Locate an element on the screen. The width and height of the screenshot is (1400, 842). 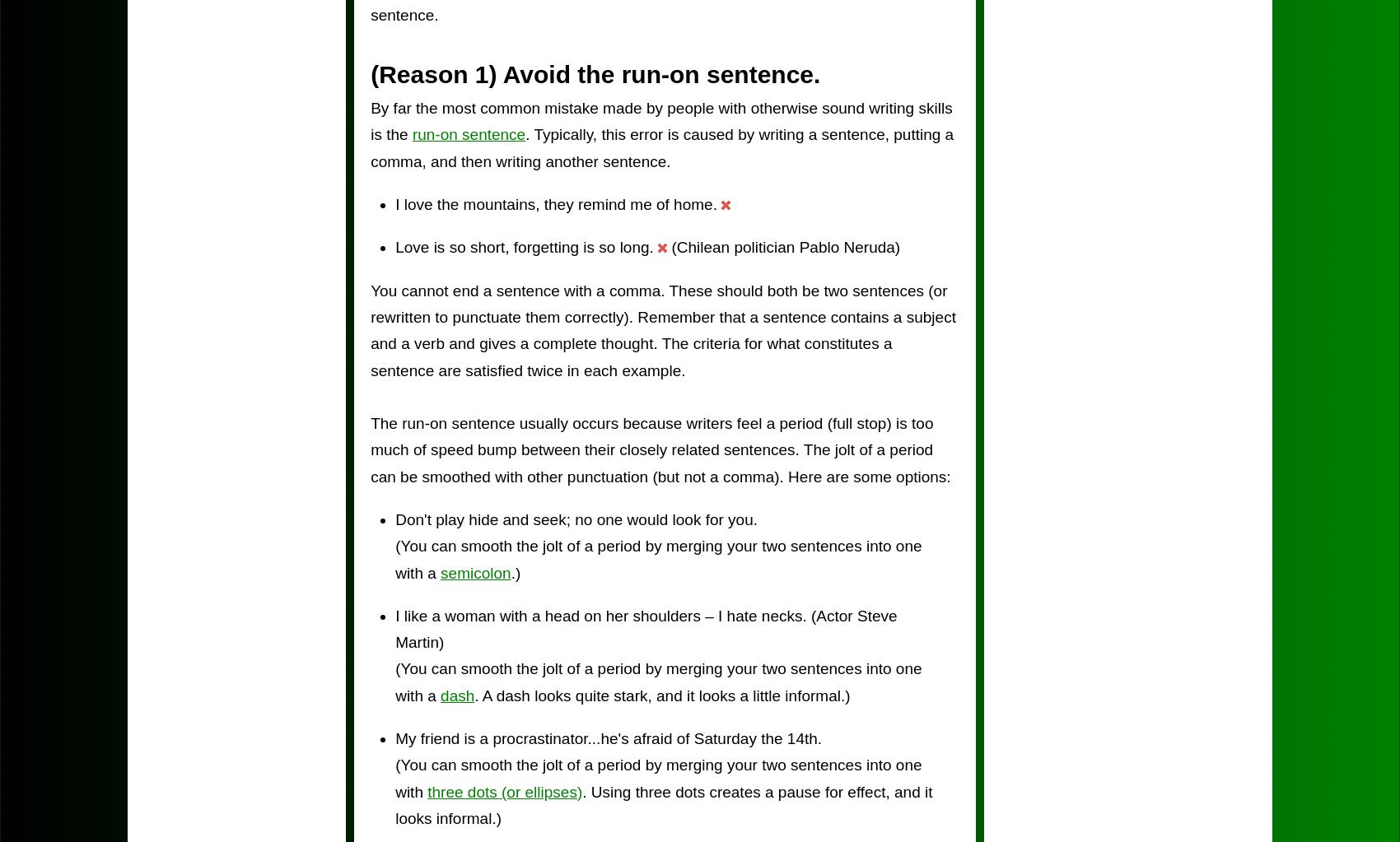
'three dots (or ellipses)' is located at coordinates (427, 791).